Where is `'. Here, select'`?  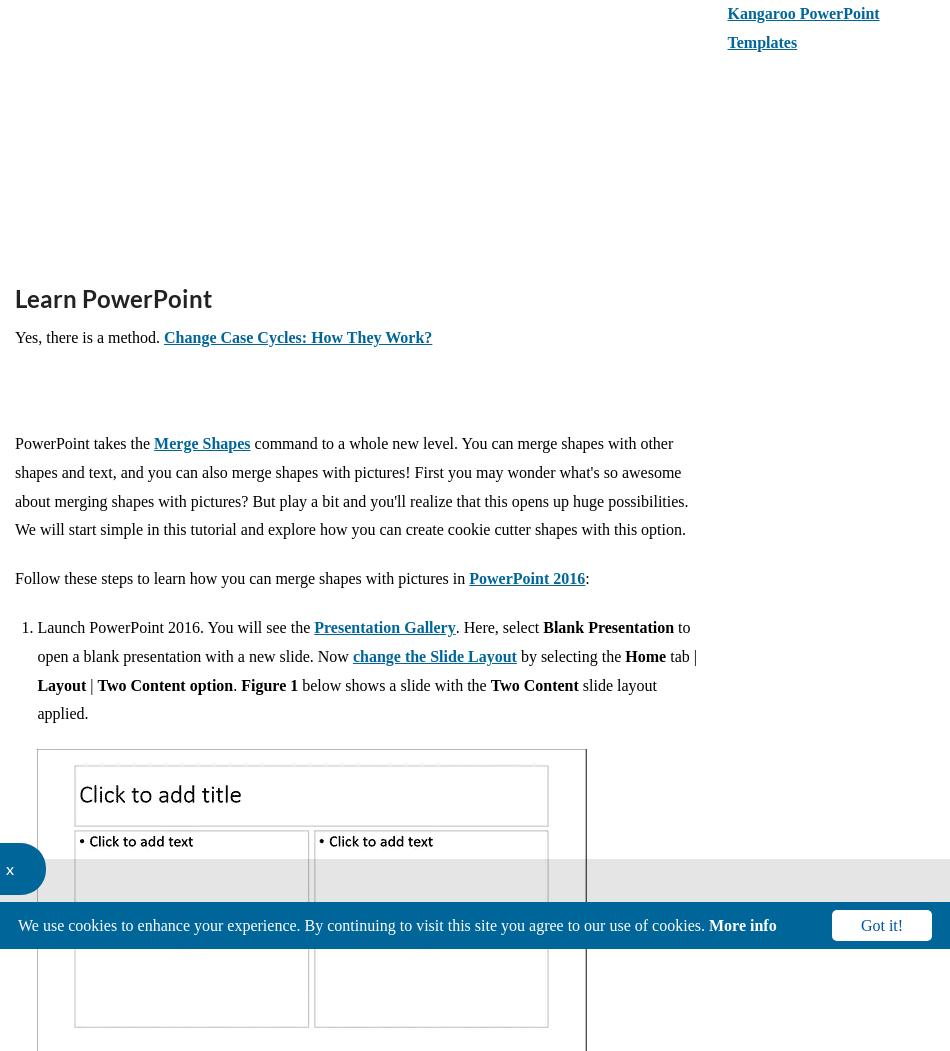
'. Here, select' is located at coordinates (499, 625).